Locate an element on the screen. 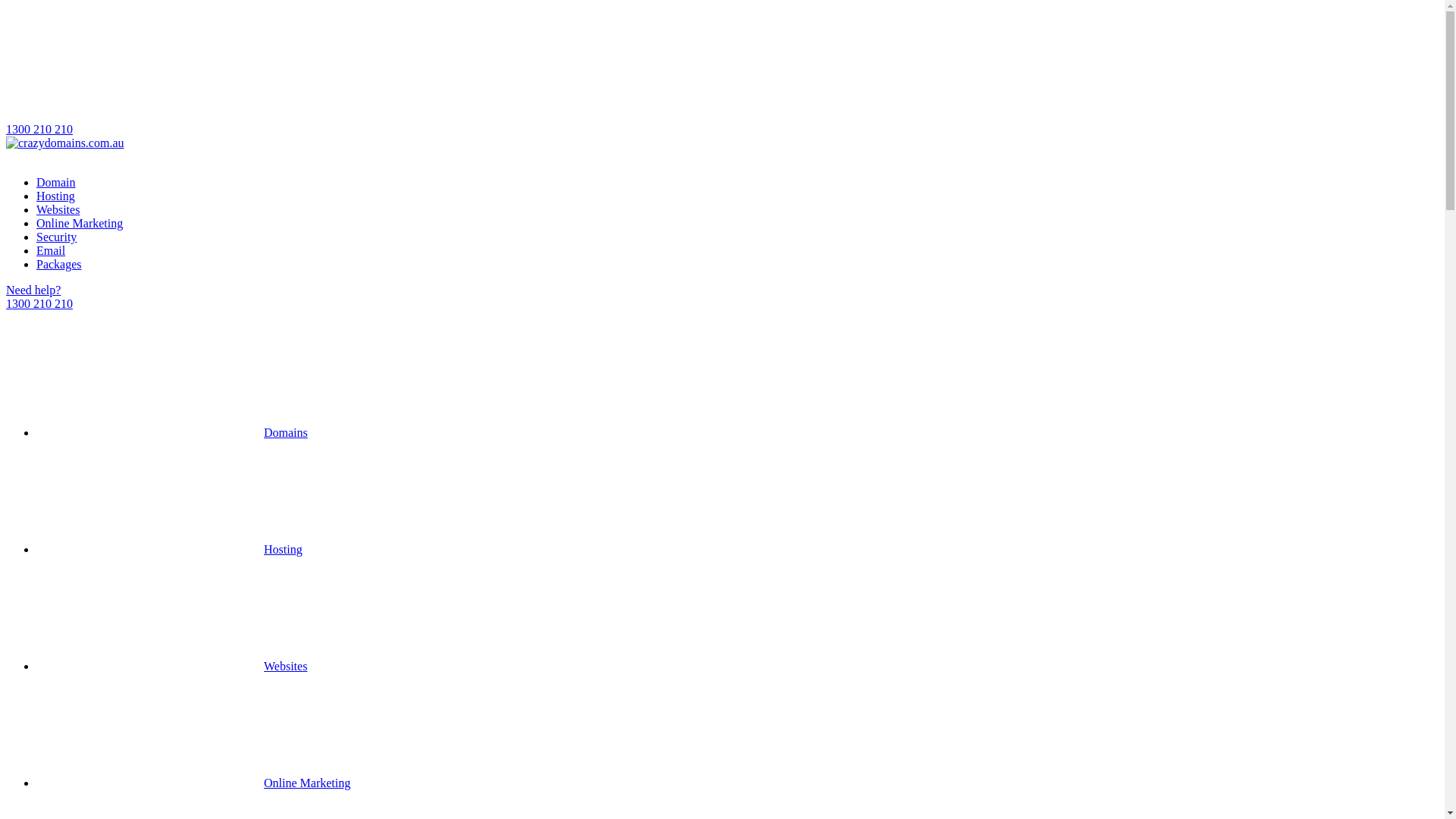 Image resolution: width=1456 pixels, height=819 pixels. 'Need help? is located at coordinates (721, 297).